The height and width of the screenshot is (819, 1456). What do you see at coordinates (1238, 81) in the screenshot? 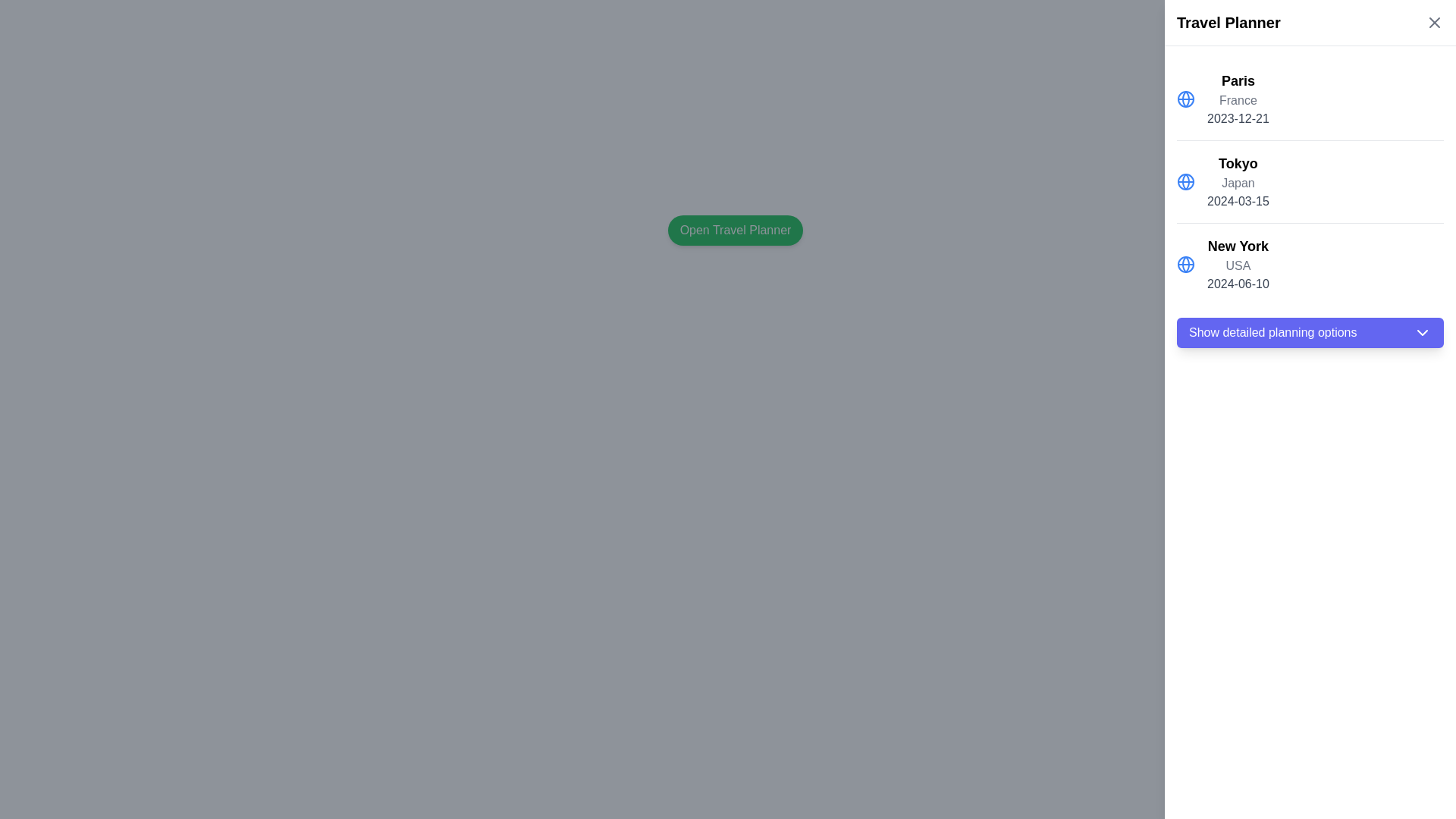
I see `the text label 'Paris', which is displayed in bold and larger font size, located in the right panel under the 'Travel Planner' heading` at bounding box center [1238, 81].